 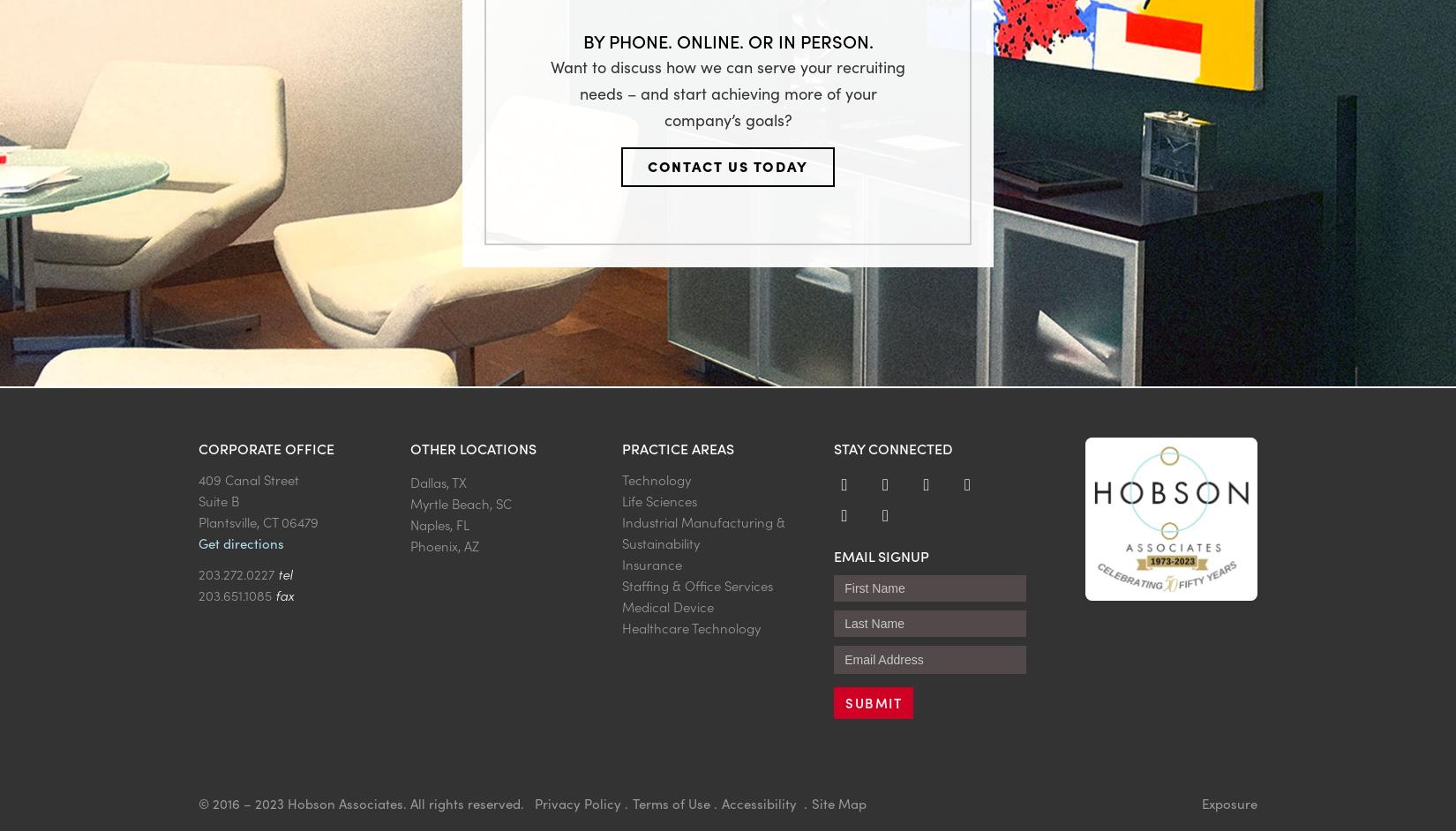 I want to click on 'Dallas, TX', so click(x=437, y=481).